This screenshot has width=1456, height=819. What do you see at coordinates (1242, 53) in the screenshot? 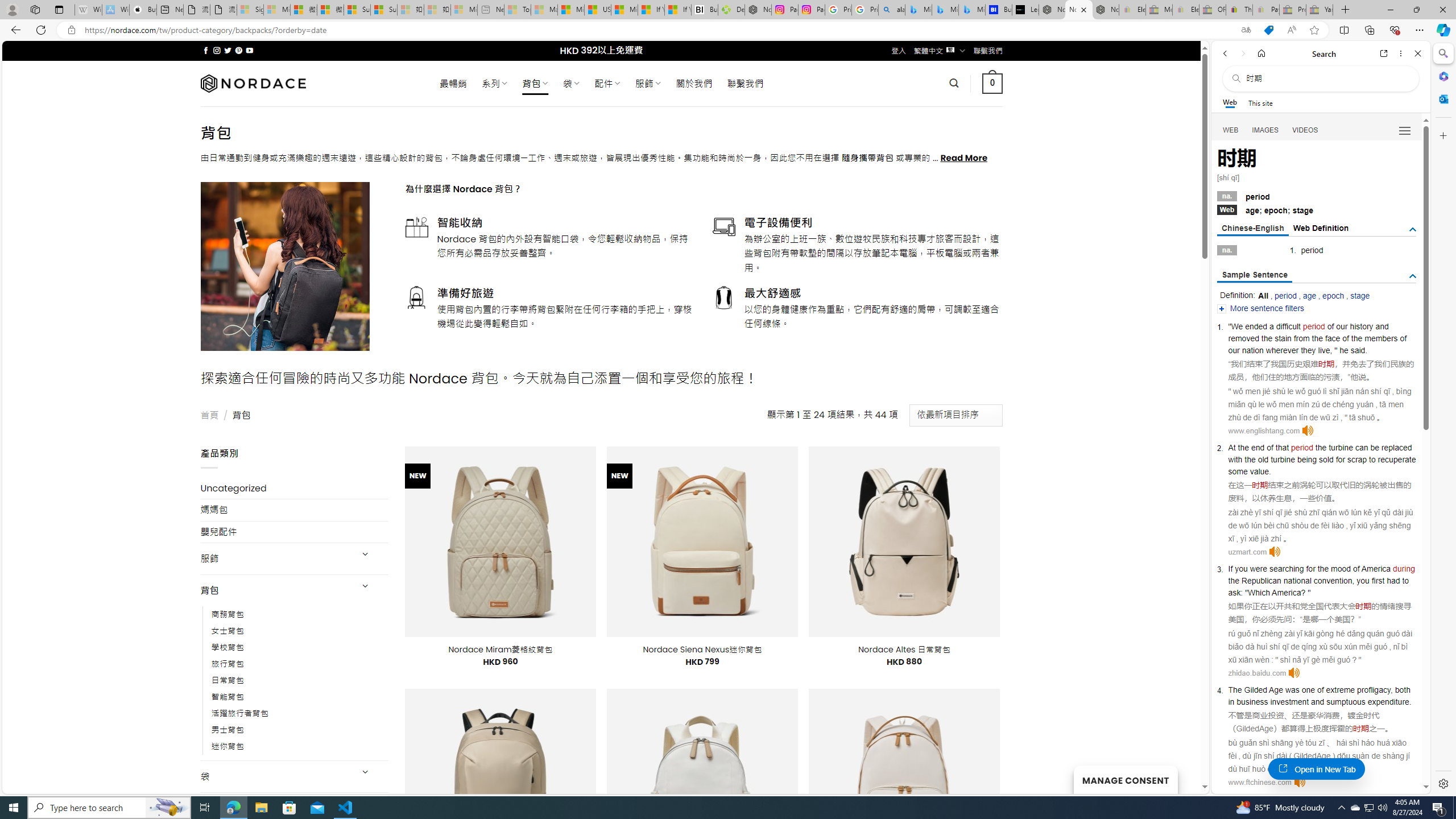
I see `'Forward'` at bounding box center [1242, 53].